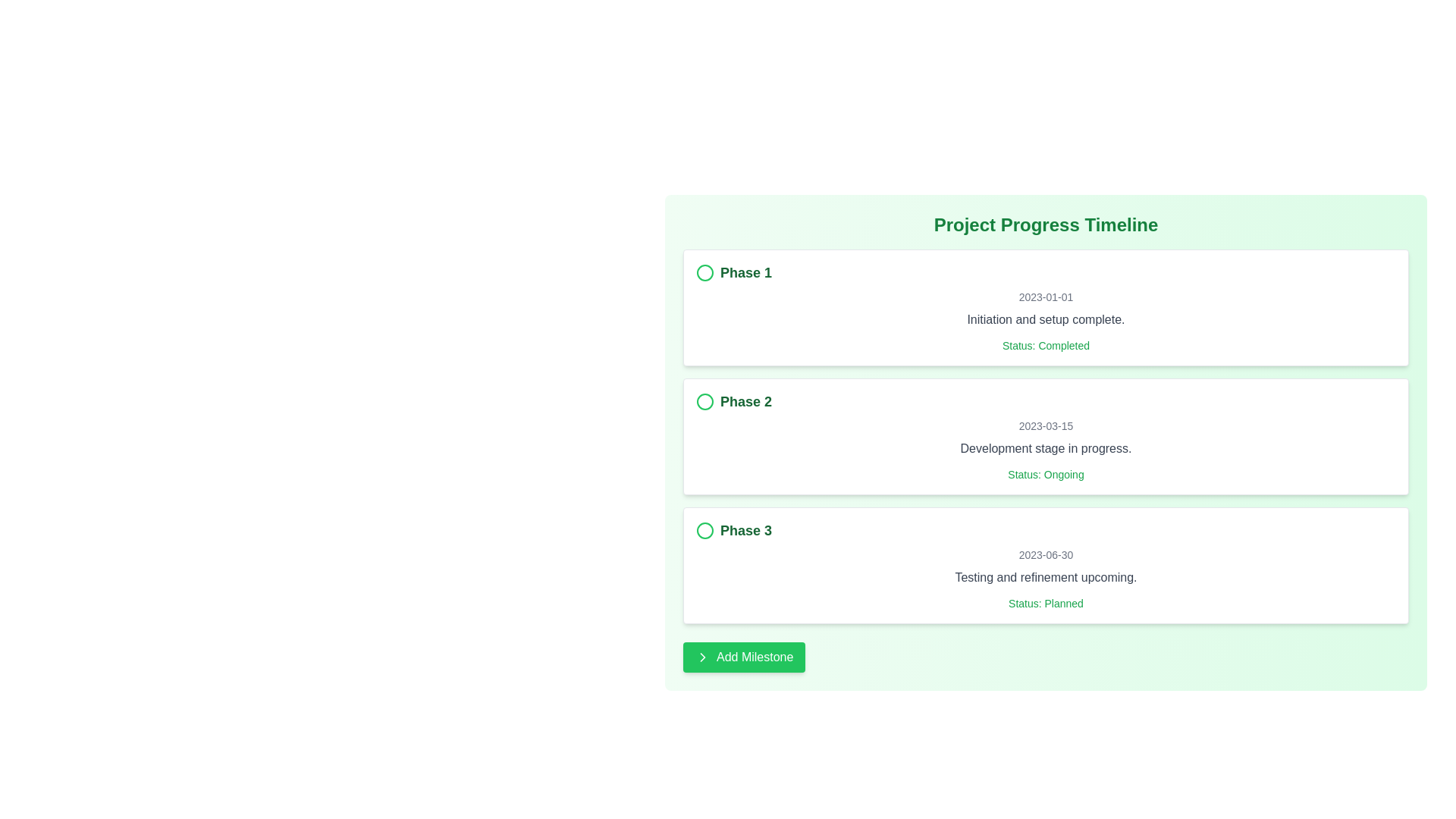 The image size is (1456, 819). I want to click on the static text element displaying 'Development stage in progress.' which is positioned centrally within the white background card for 'Phase 2', located between the date '2023-03-15' and the status label 'Status: Ongoing', so click(1045, 447).